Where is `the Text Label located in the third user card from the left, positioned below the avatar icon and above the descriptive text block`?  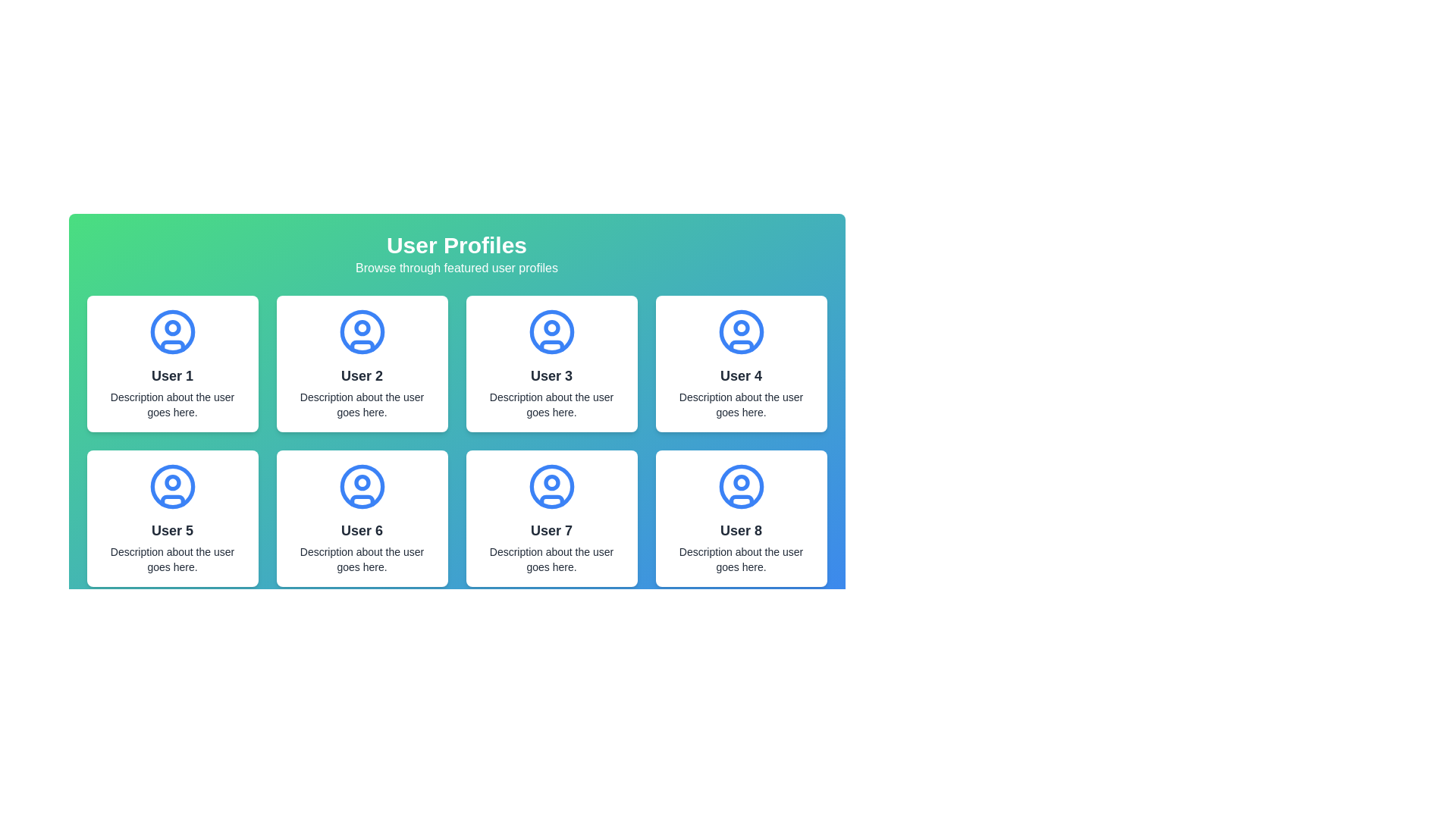
the Text Label located in the third user card from the left, positioned below the avatar icon and above the descriptive text block is located at coordinates (551, 375).